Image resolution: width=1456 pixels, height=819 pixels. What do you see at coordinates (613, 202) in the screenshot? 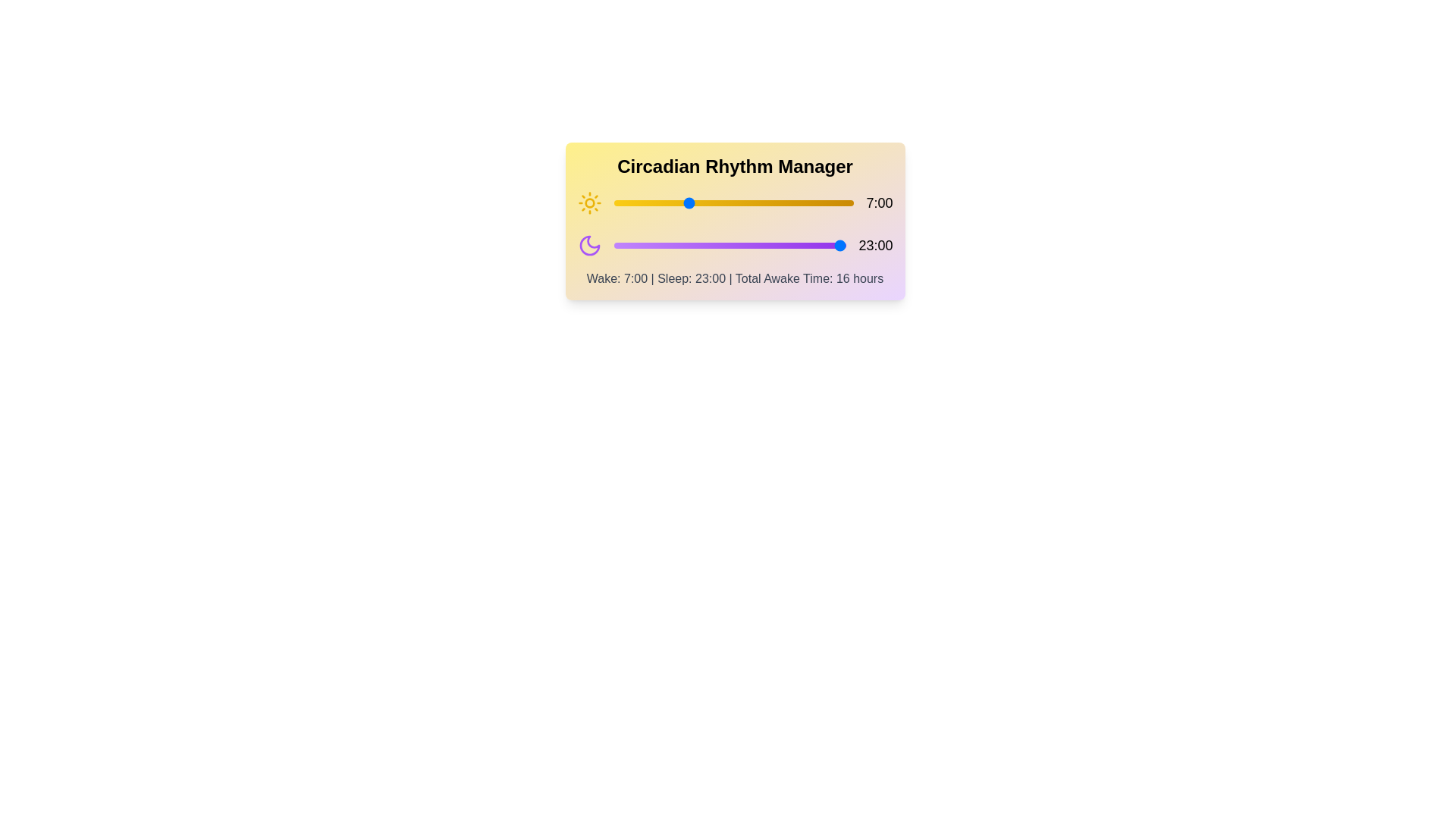
I see `the wake time slider to 0 hours` at bounding box center [613, 202].